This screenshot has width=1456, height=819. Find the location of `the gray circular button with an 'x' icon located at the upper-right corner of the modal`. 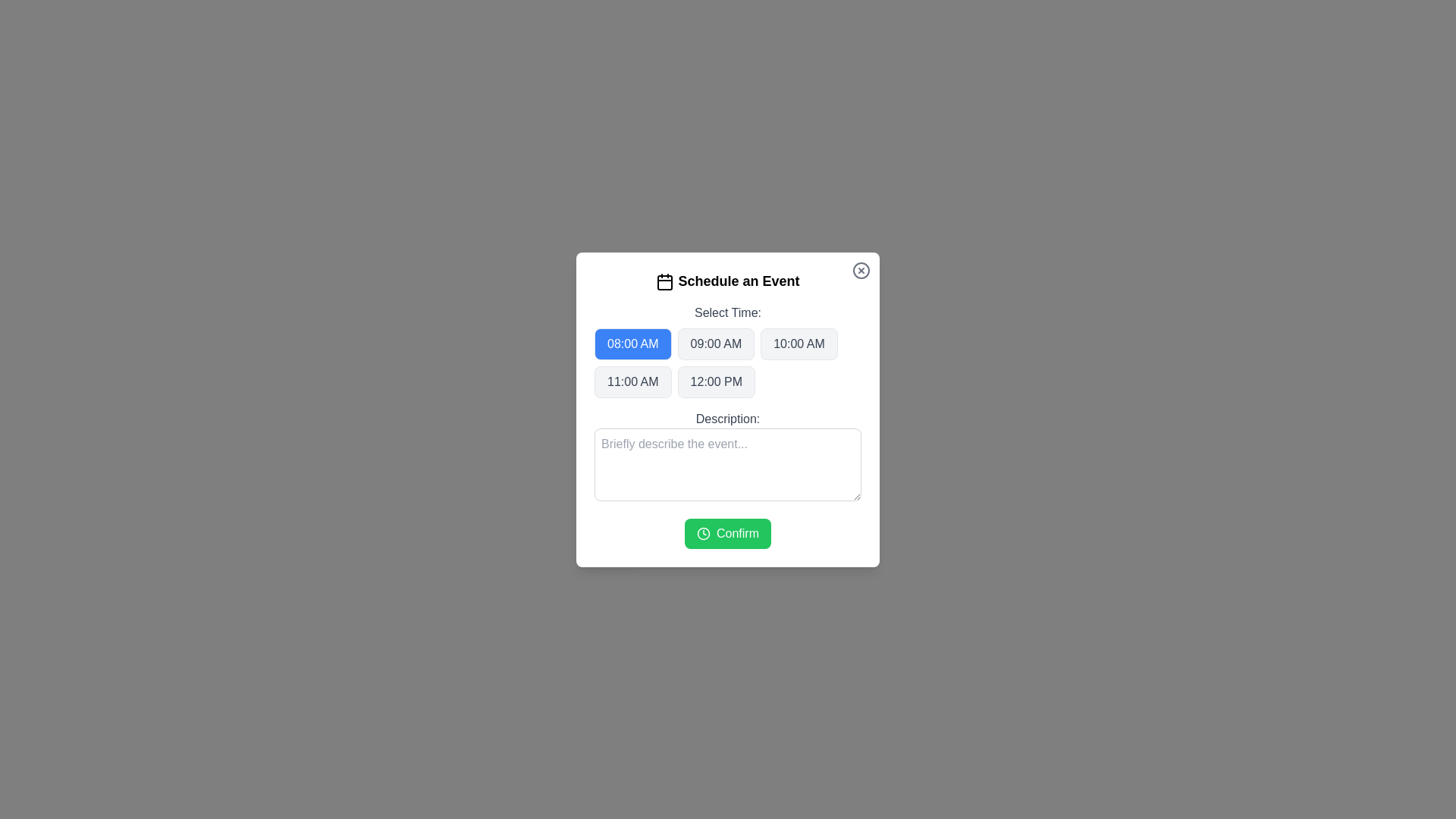

the gray circular button with an 'x' icon located at the upper-right corner of the modal is located at coordinates (861, 268).